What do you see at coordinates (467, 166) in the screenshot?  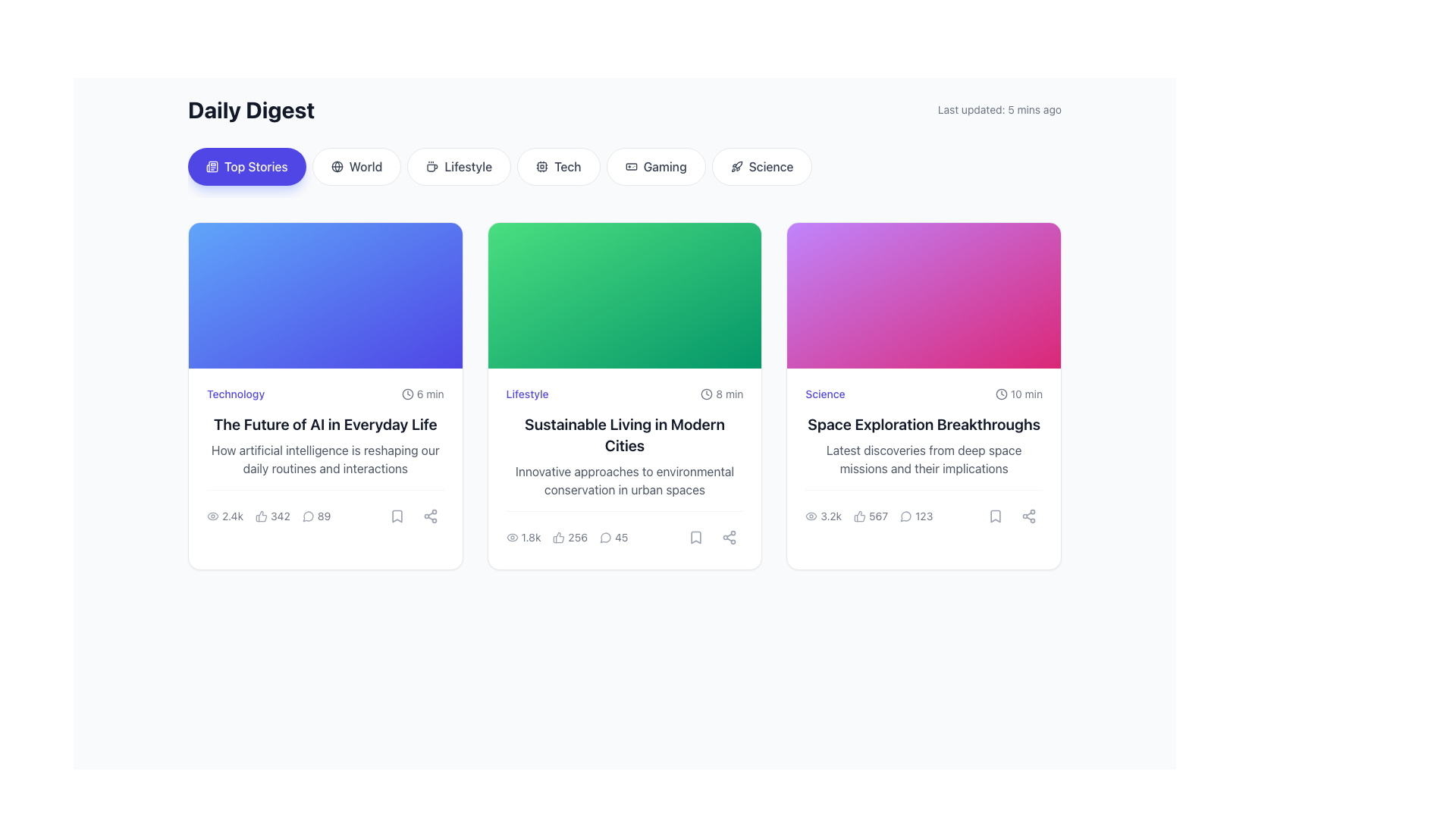 I see `the 'Lifestyle' text label within the interactive button for filtering content by the 'Lifestyle' category` at bounding box center [467, 166].